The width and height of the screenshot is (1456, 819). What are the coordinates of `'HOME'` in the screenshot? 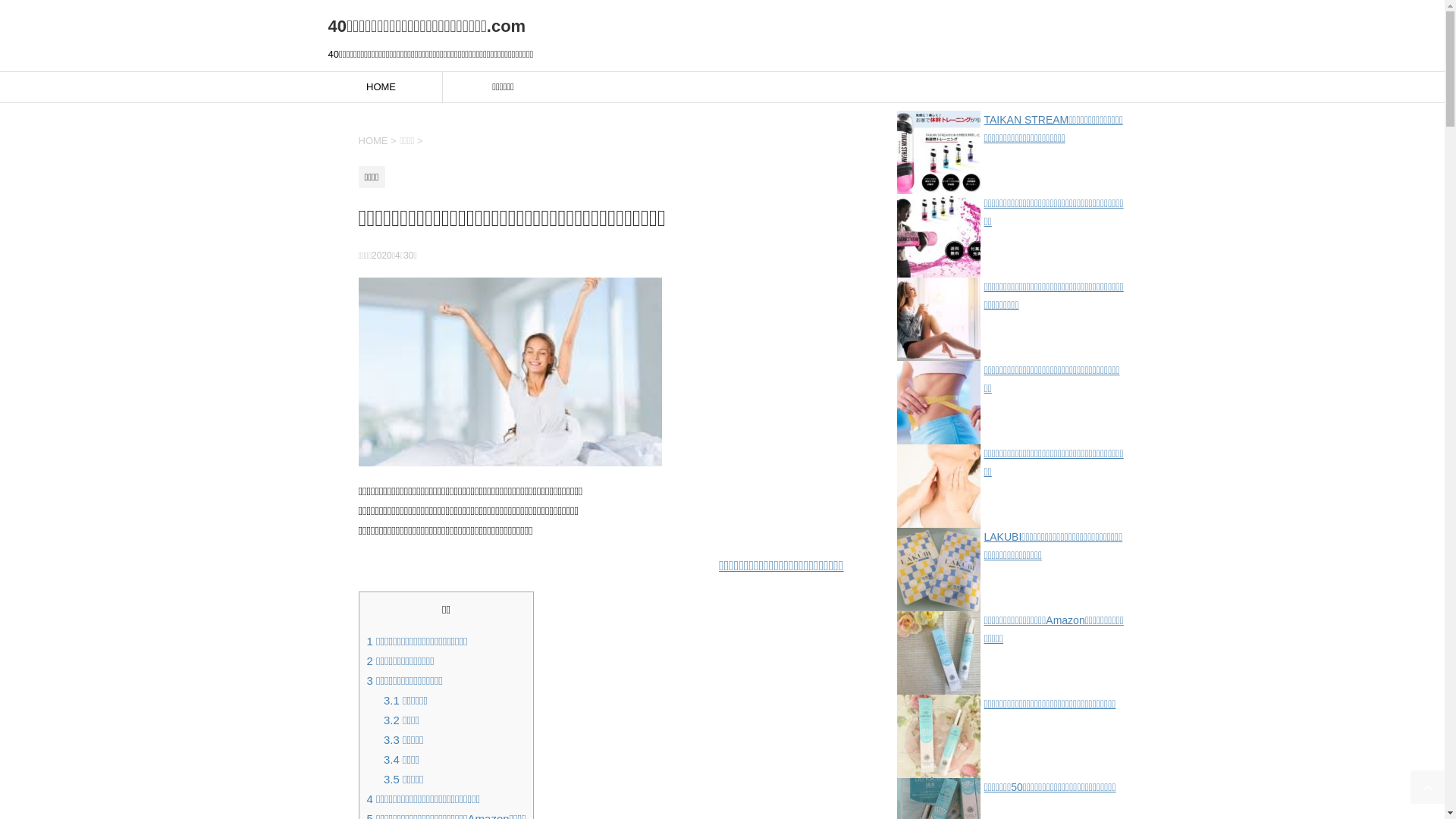 It's located at (319, 87).